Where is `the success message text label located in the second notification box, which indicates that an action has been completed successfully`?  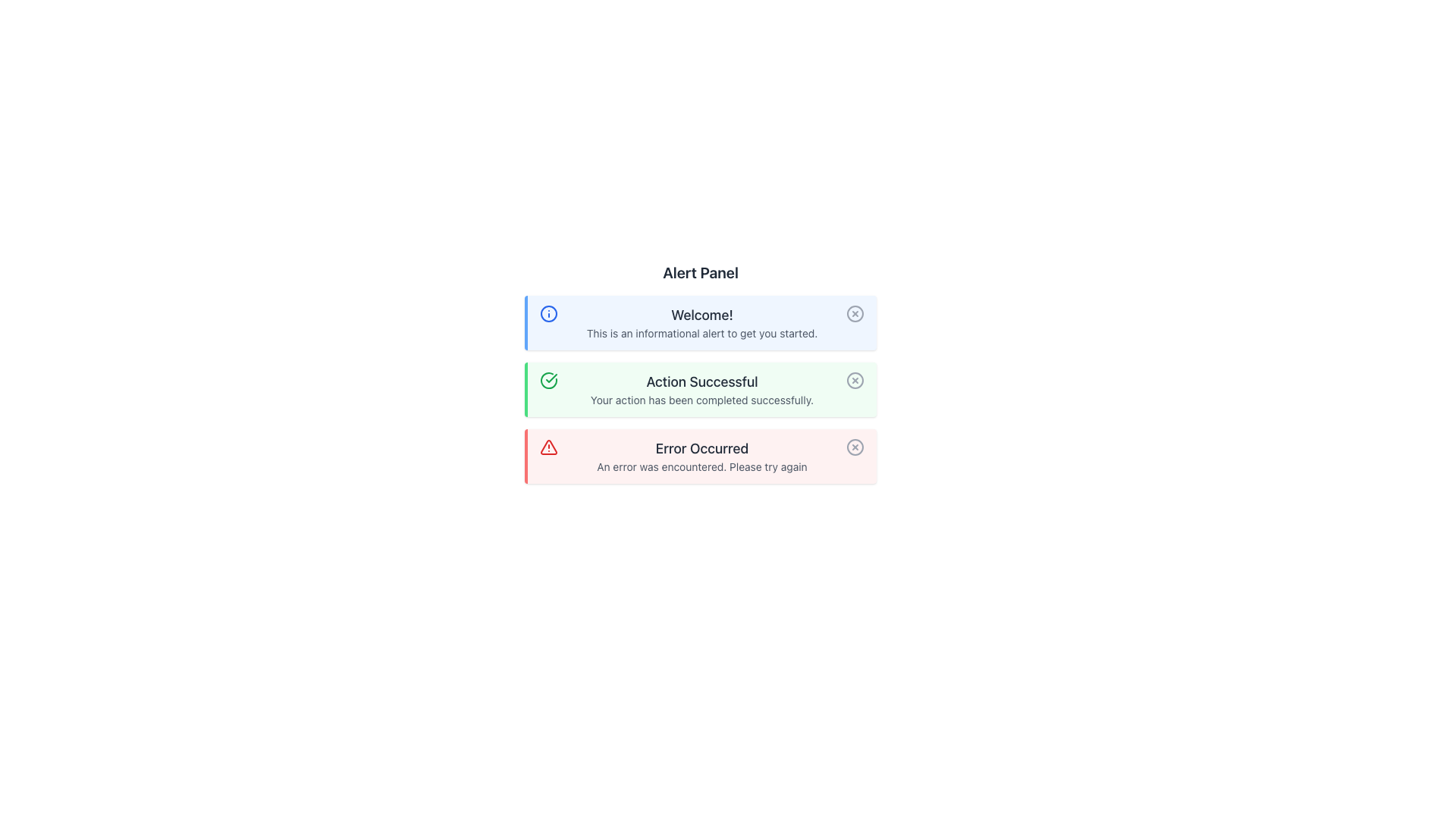 the success message text label located in the second notification box, which indicates that an action has been completed successfully is located at coordinates (701, 381).